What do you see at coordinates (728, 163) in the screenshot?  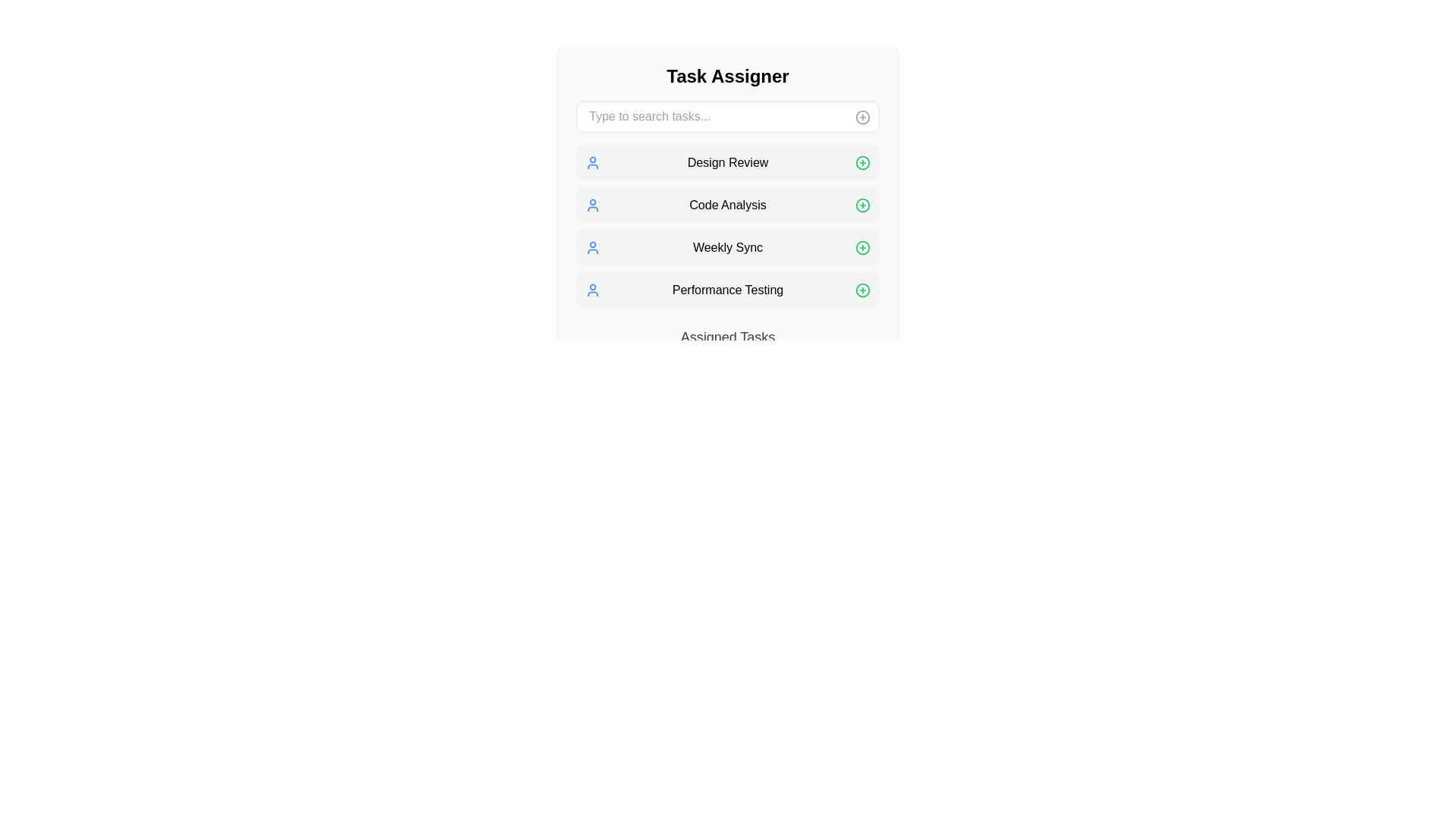 I see `the task entry labeled 'Design Review'` at bounding box center [728, 163].